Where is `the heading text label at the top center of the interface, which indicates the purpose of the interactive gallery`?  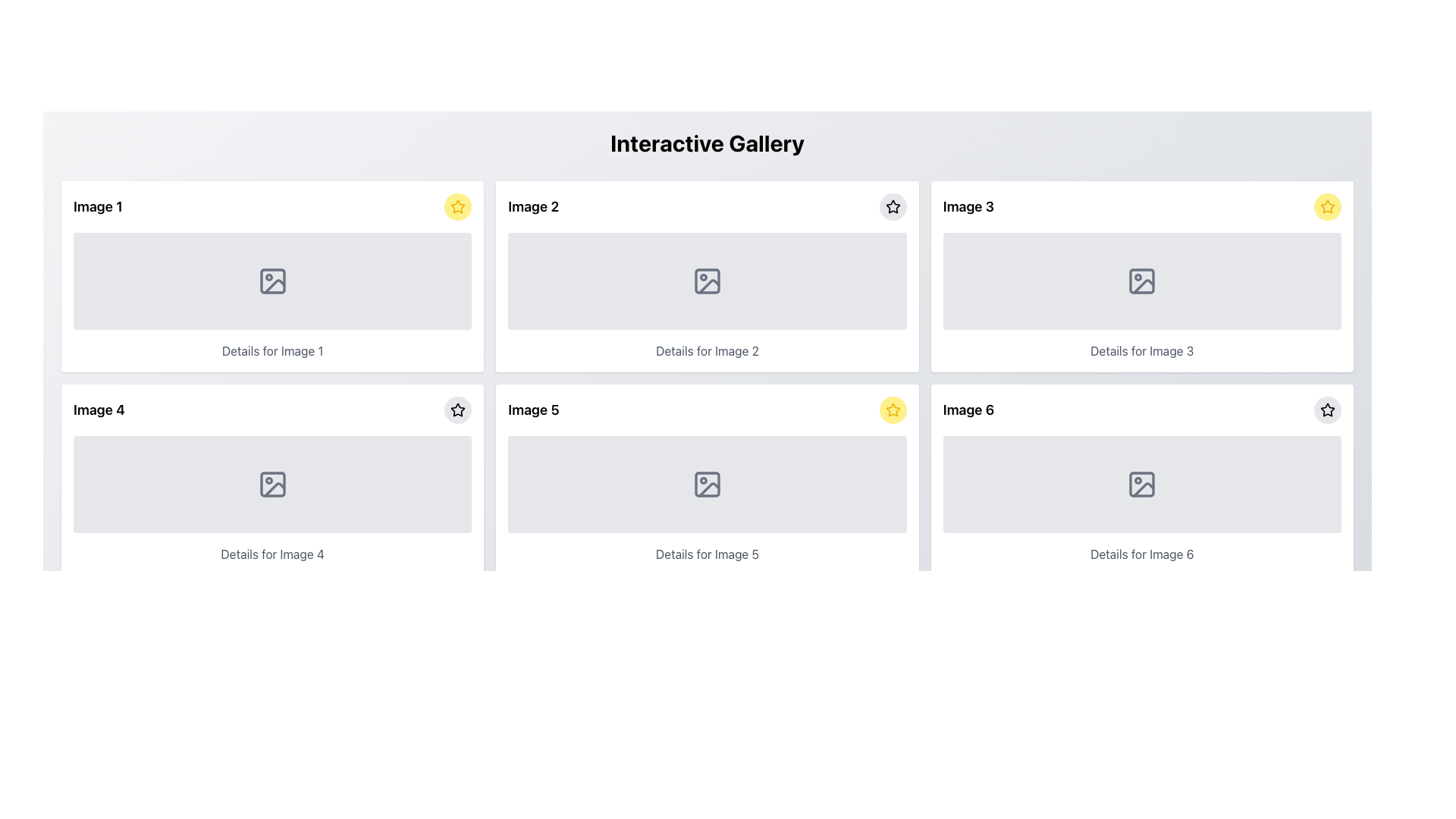
the heading text label at the top center of the interface, which indicates the purpose of the interactive gallery is located at coordinates (706, 143).